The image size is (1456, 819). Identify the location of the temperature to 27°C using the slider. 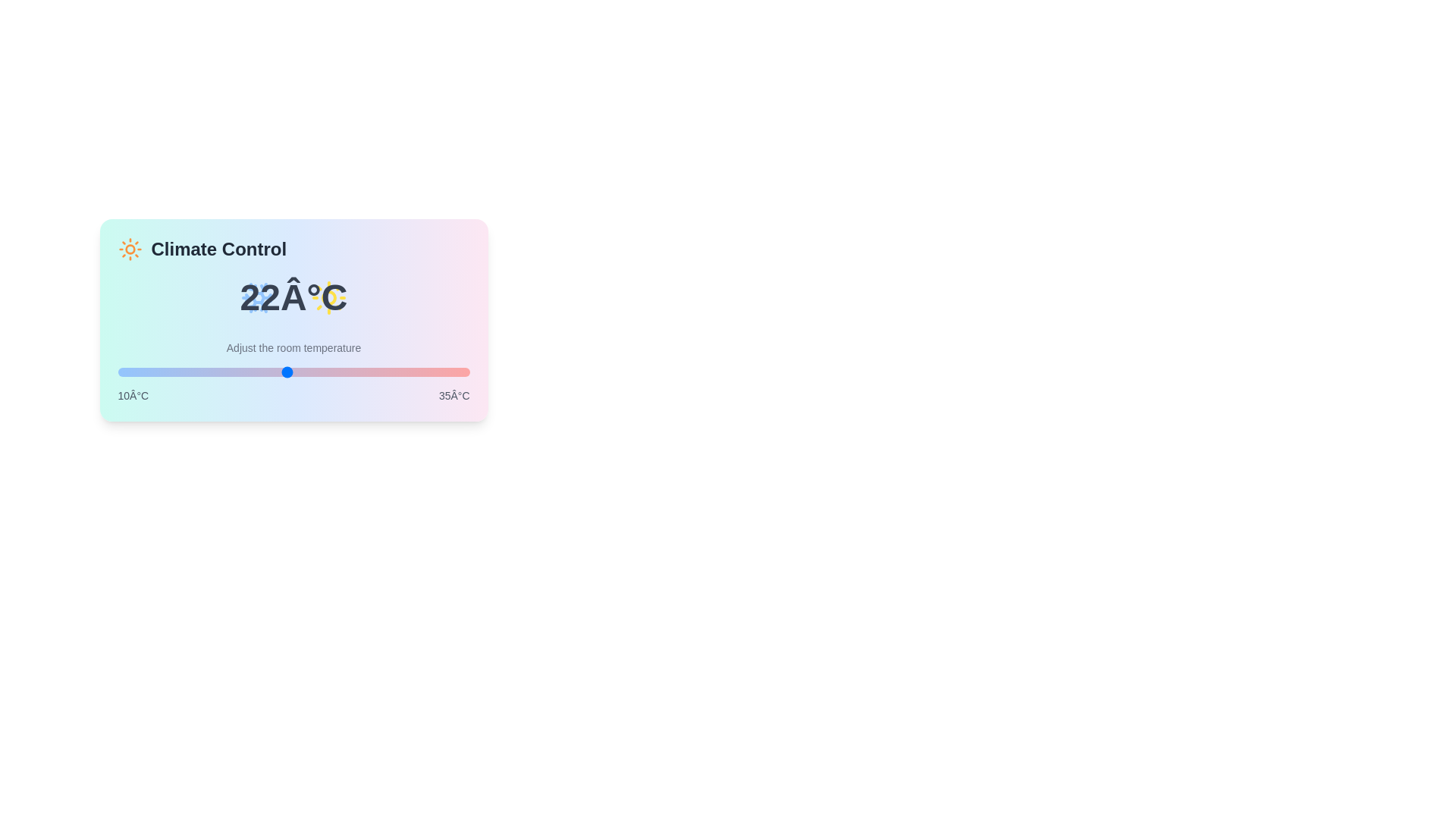
(356, 372).